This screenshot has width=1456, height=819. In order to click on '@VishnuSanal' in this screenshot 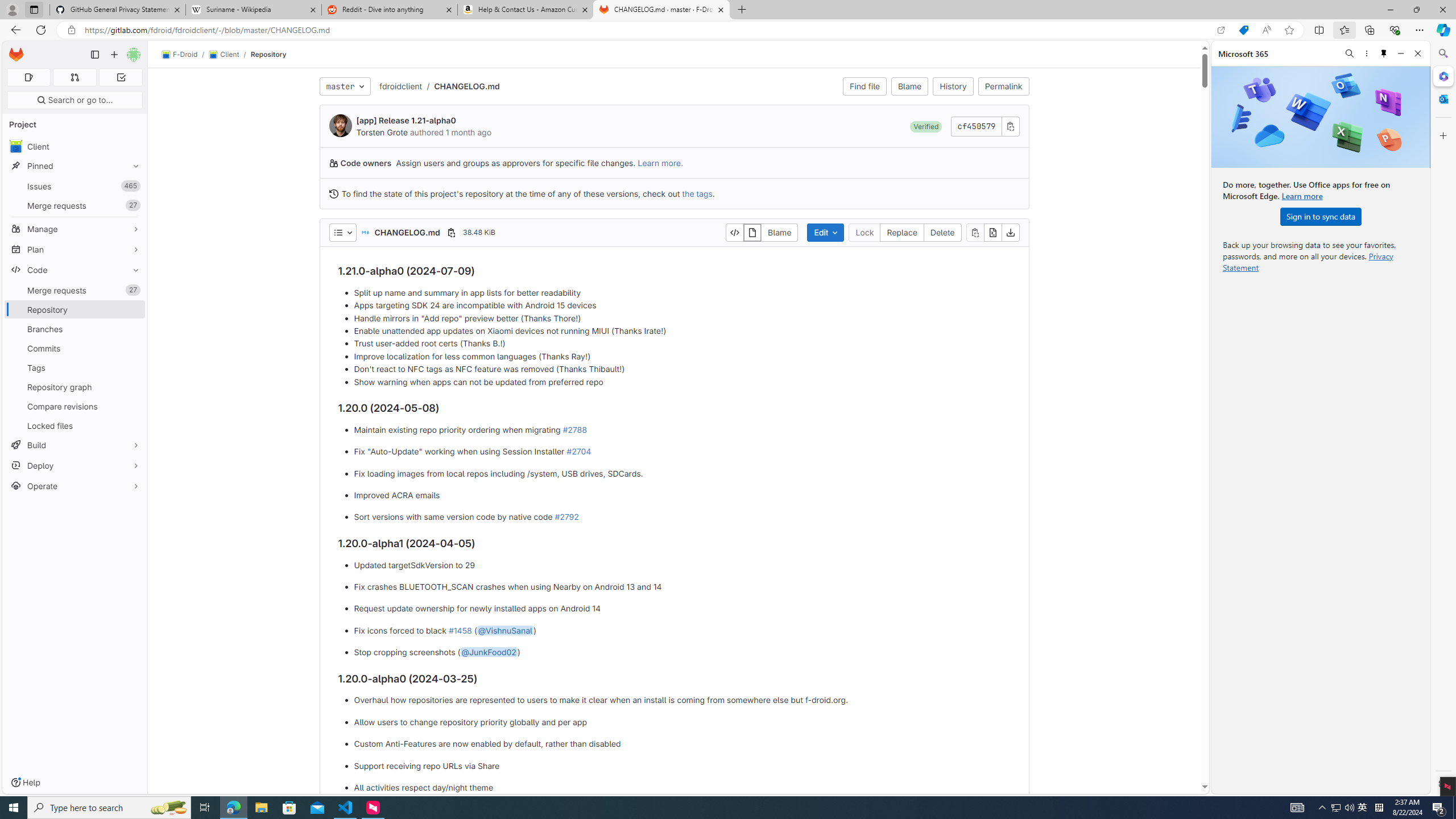, I will do `click(504, 630)`.